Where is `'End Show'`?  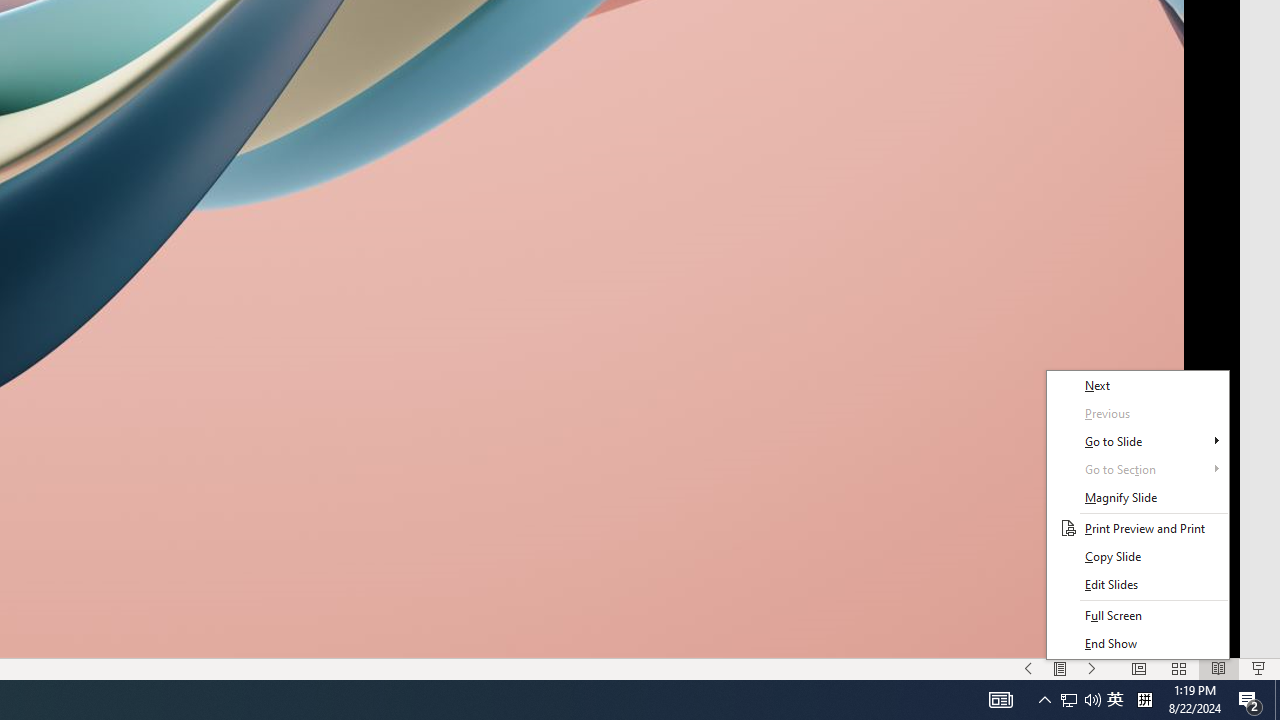 'End Show' is located at coordinates (1137, 644).